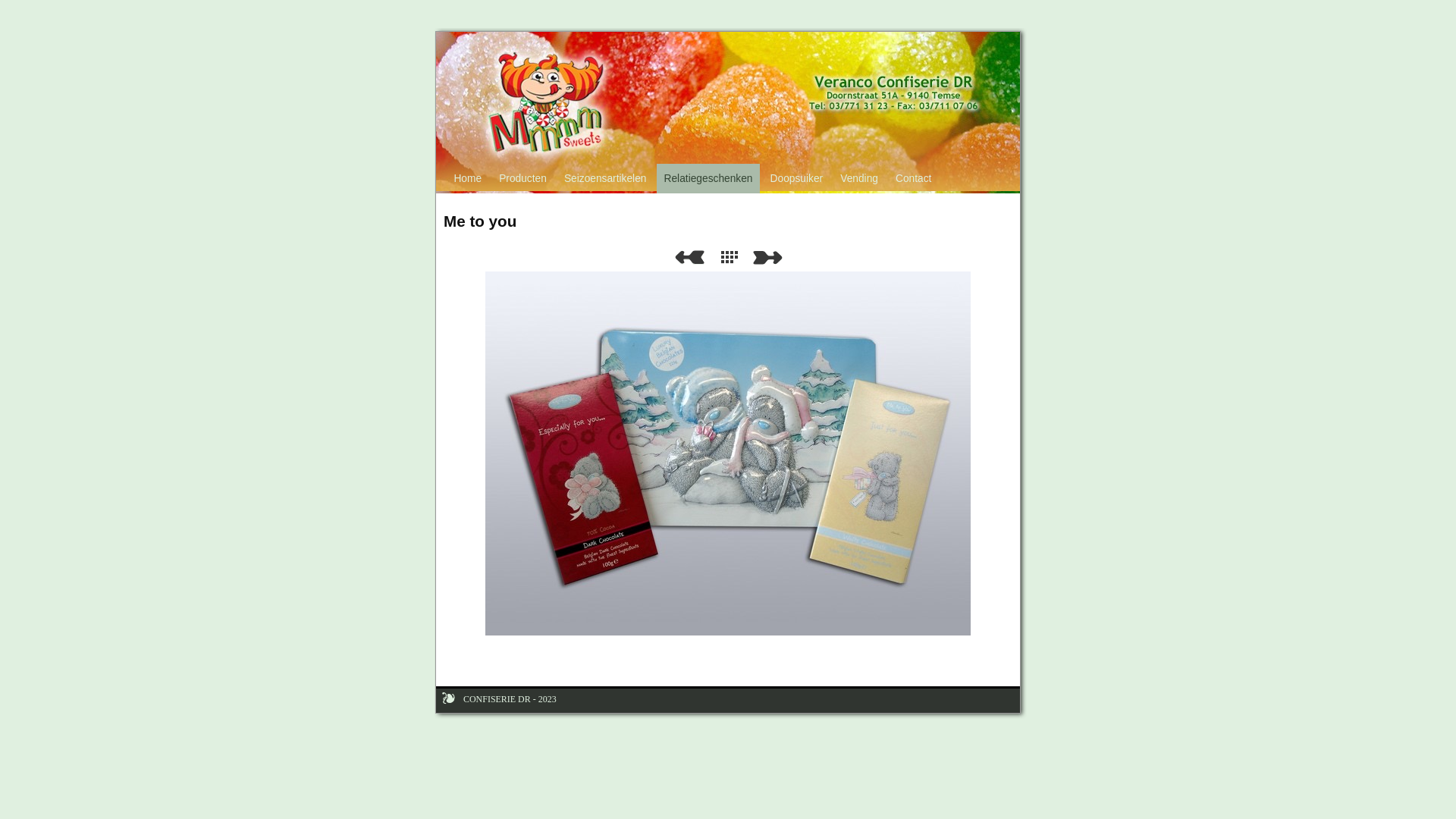  What do you see at coordinates (859, 177) in the screenshot?
I see `'Vending'` at bounding box center [859, 177].